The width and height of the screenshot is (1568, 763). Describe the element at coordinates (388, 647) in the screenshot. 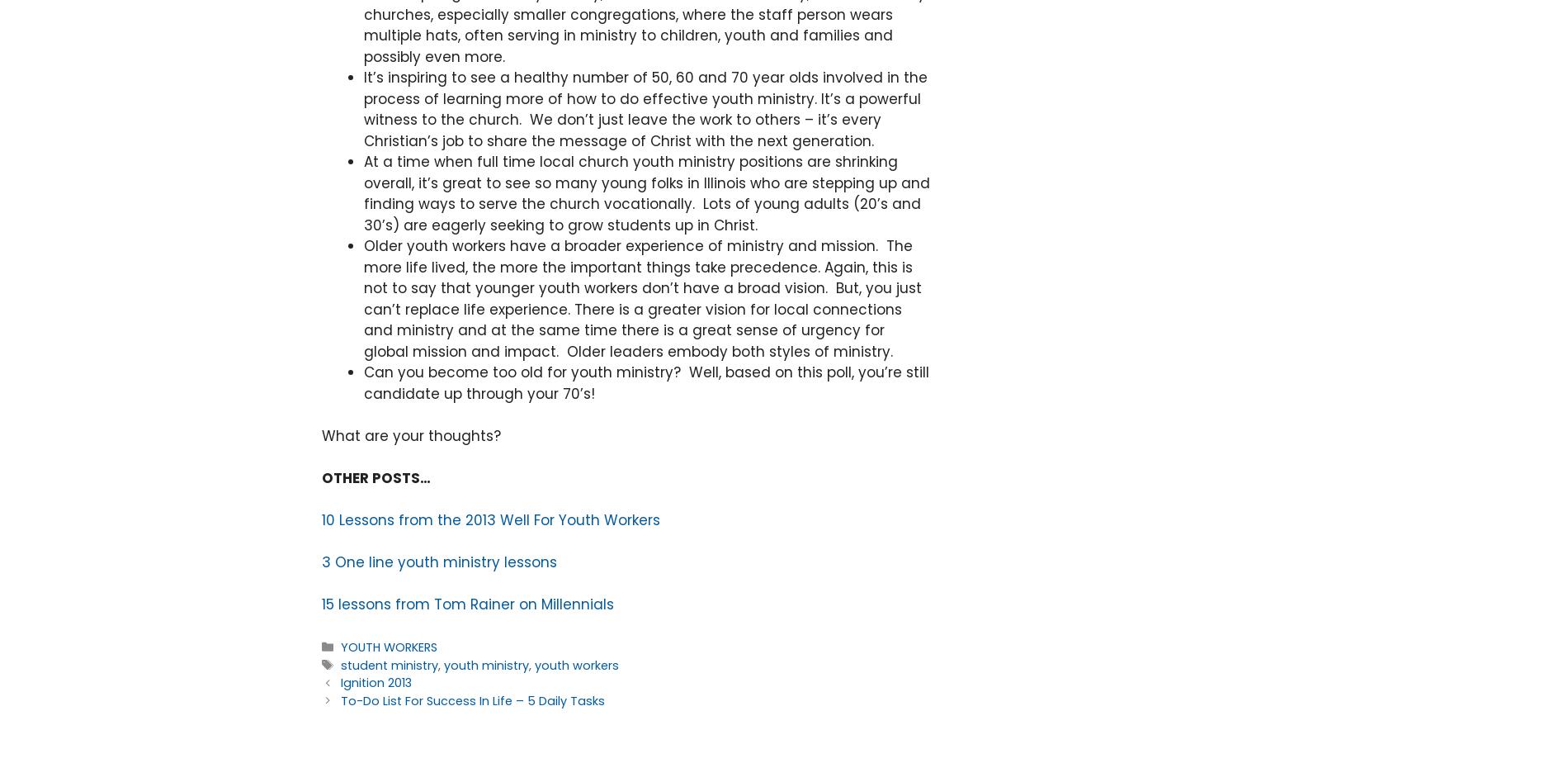

I see `'YOUTH WORKERS'` at that location.